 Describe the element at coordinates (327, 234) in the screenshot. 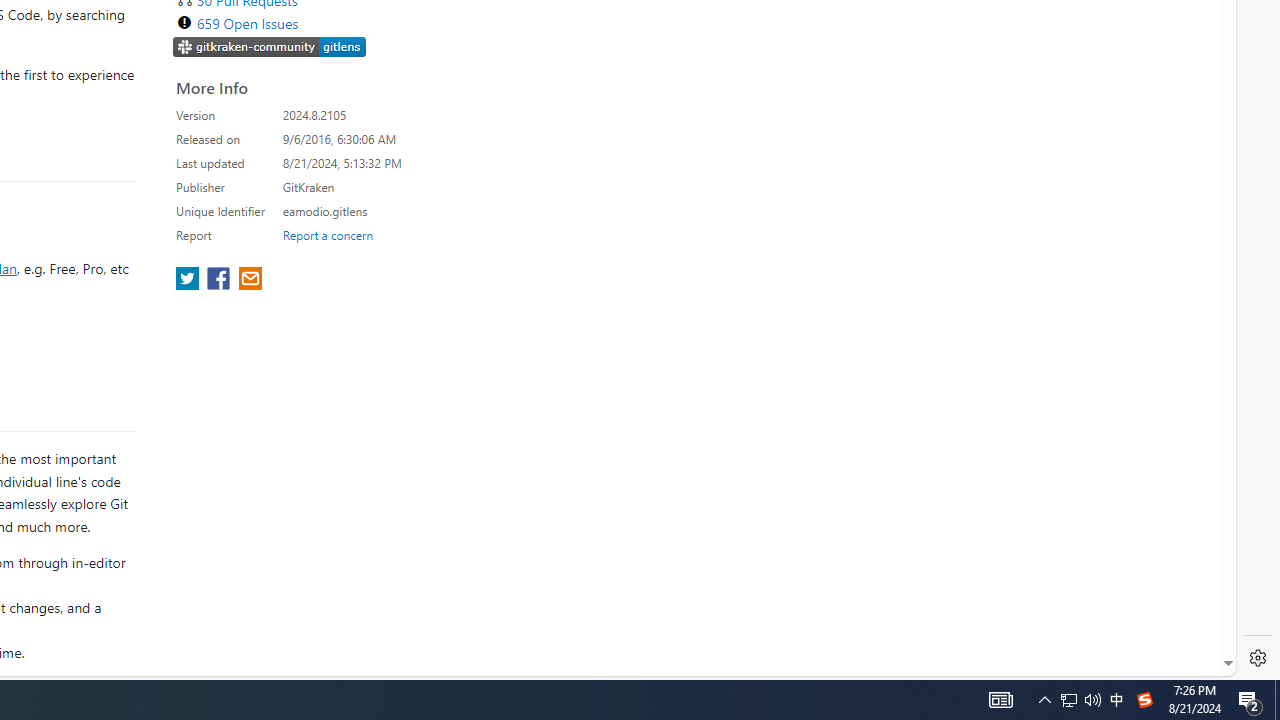

I see `'Report a concern'` at that location.